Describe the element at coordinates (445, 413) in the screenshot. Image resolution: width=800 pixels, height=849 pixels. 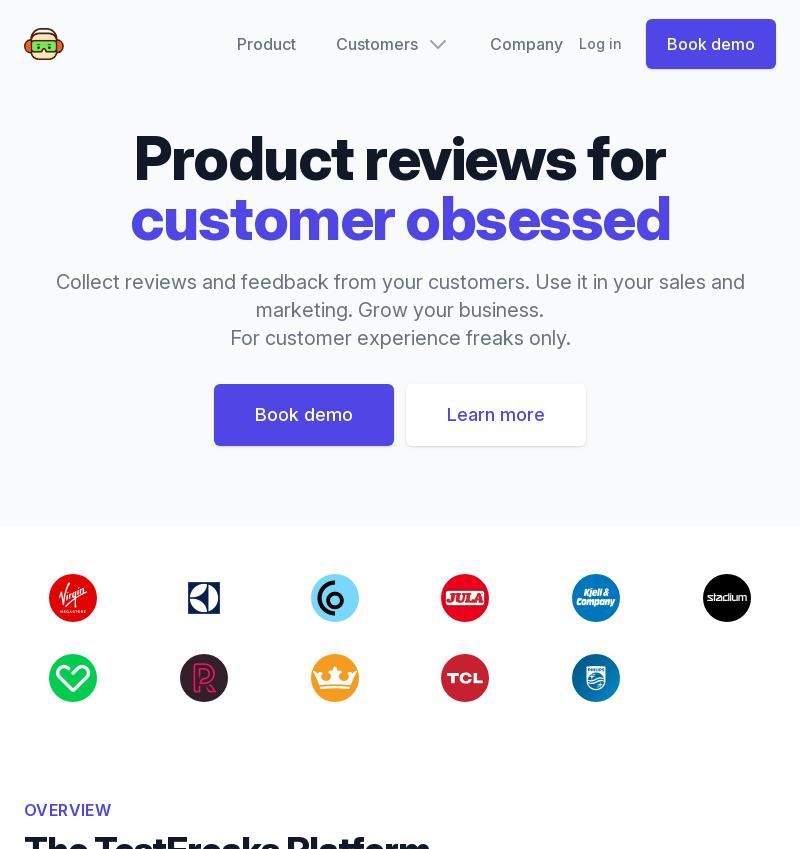
I see `'Learn more'` at that location.